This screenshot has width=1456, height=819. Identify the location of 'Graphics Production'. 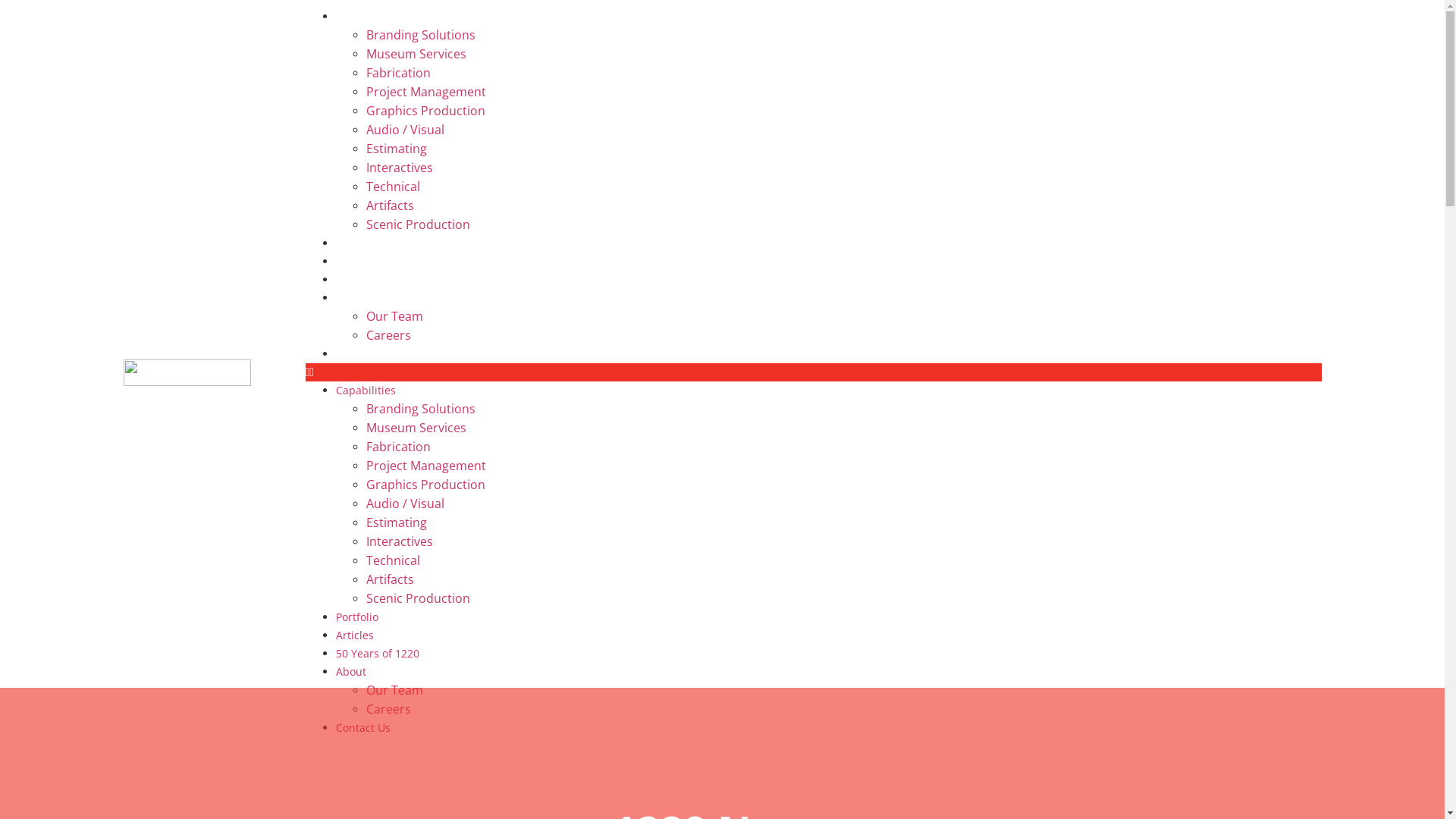
(365, 110).